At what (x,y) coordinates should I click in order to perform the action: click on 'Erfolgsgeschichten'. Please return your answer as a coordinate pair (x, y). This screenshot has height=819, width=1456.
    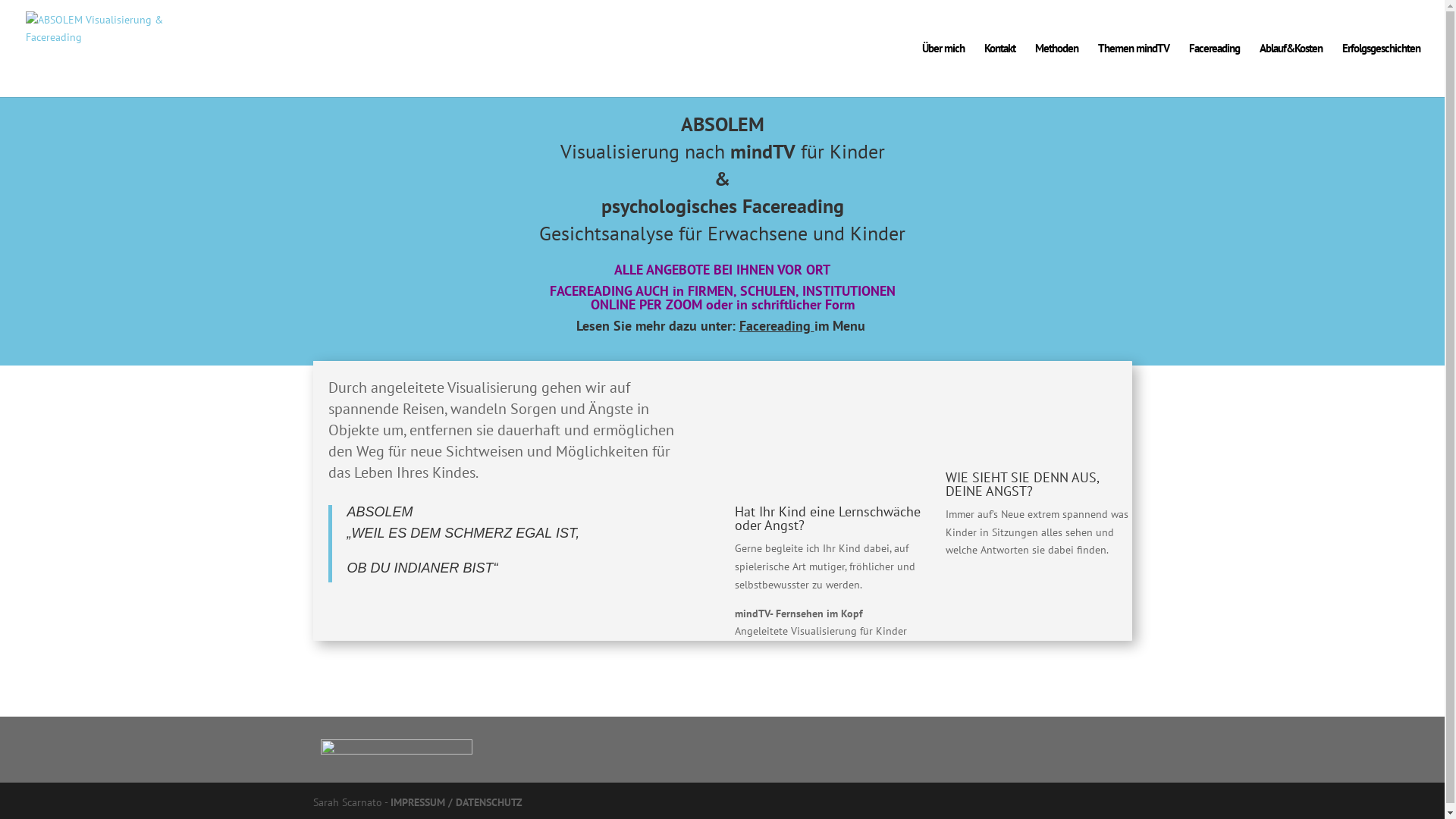
    Looking at the image, I should click on (1342, 70).